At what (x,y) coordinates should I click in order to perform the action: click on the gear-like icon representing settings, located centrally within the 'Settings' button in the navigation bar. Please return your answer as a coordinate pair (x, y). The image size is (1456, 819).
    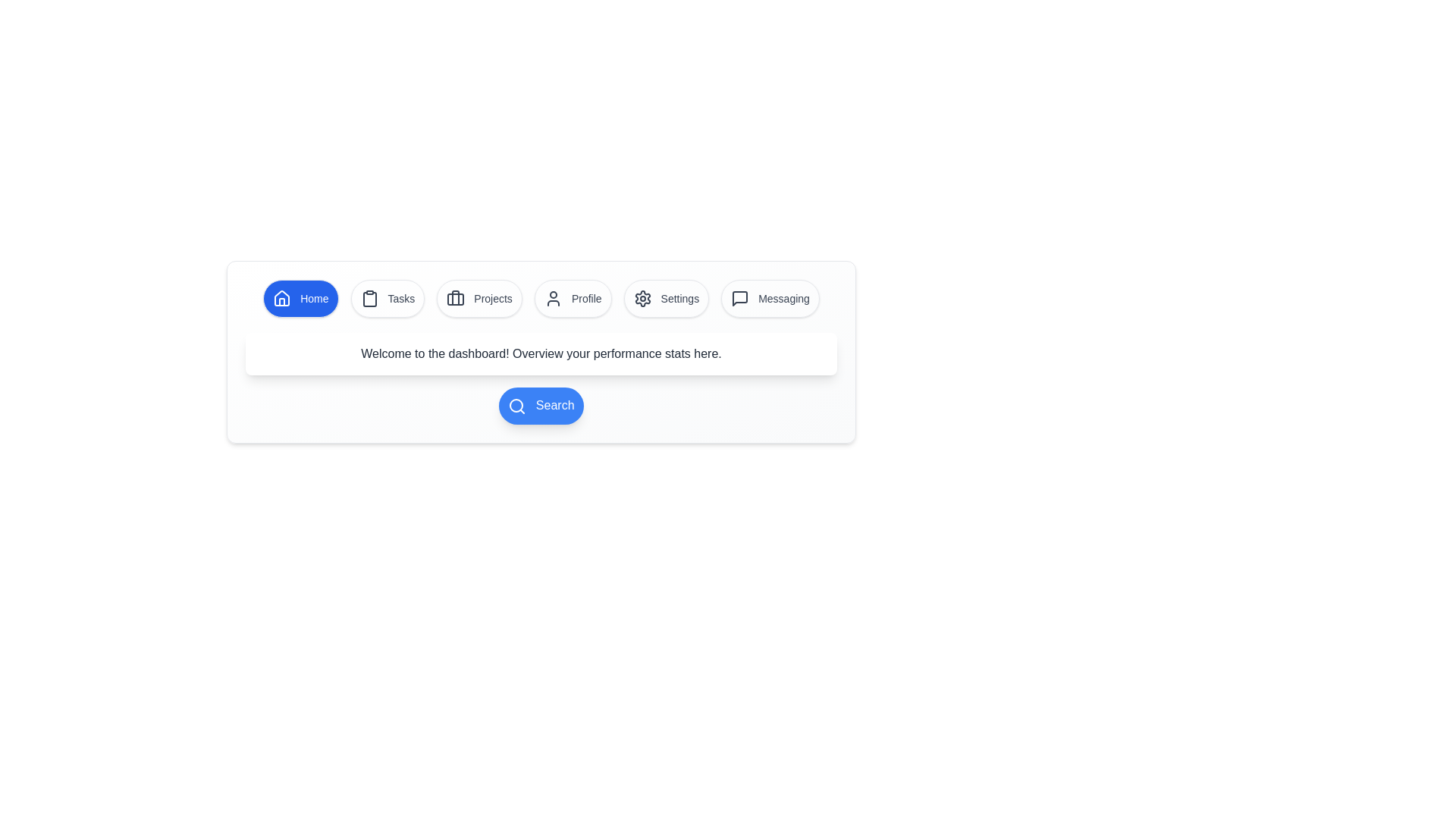
    Looking at the image, I should click on (642, 298).